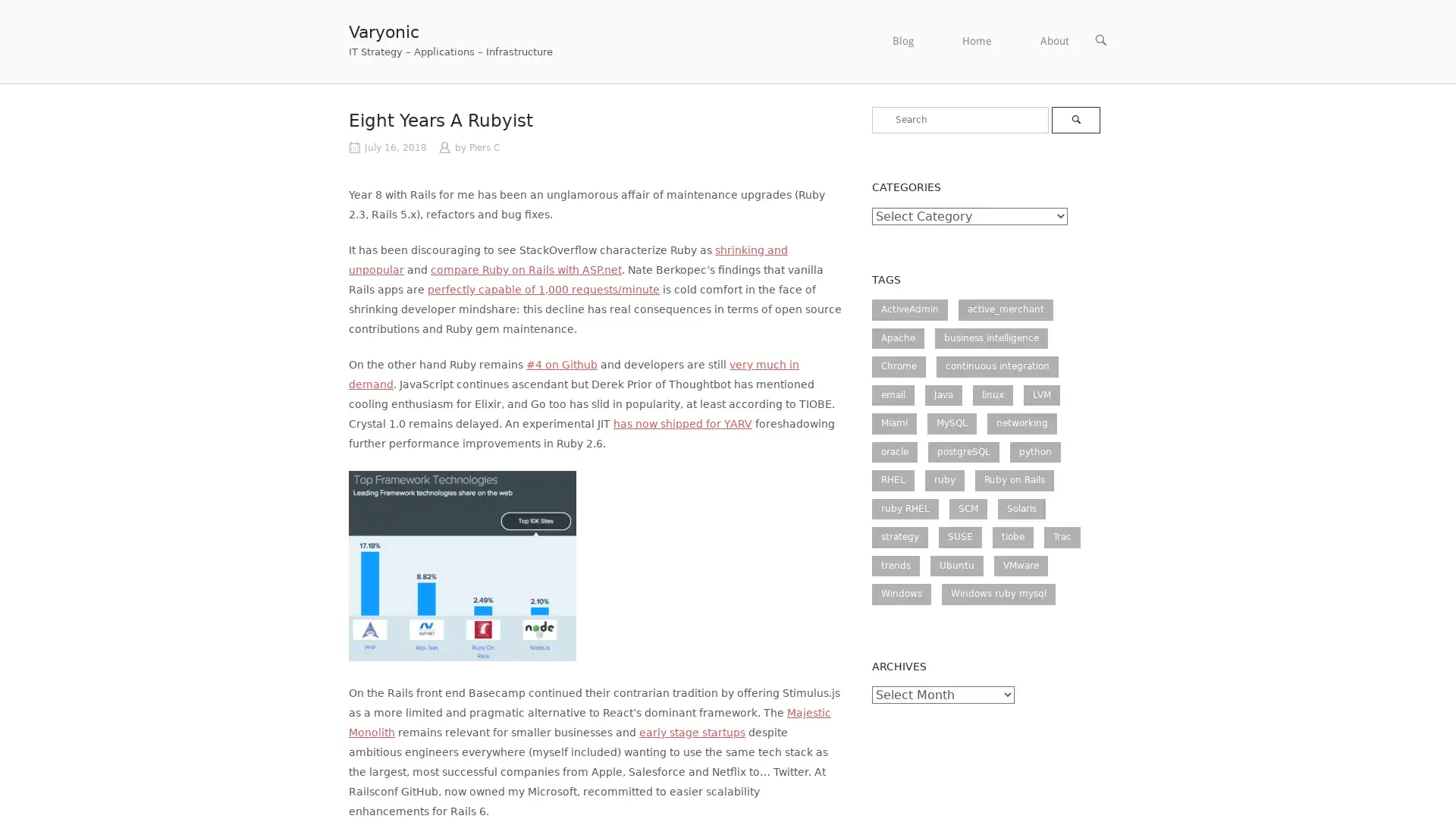 This screenshot has height=819, width=1456. Describe the element at coordinates (1100, 39) in the screenshot. I see `OPEN SEARCH BAR` at that location.